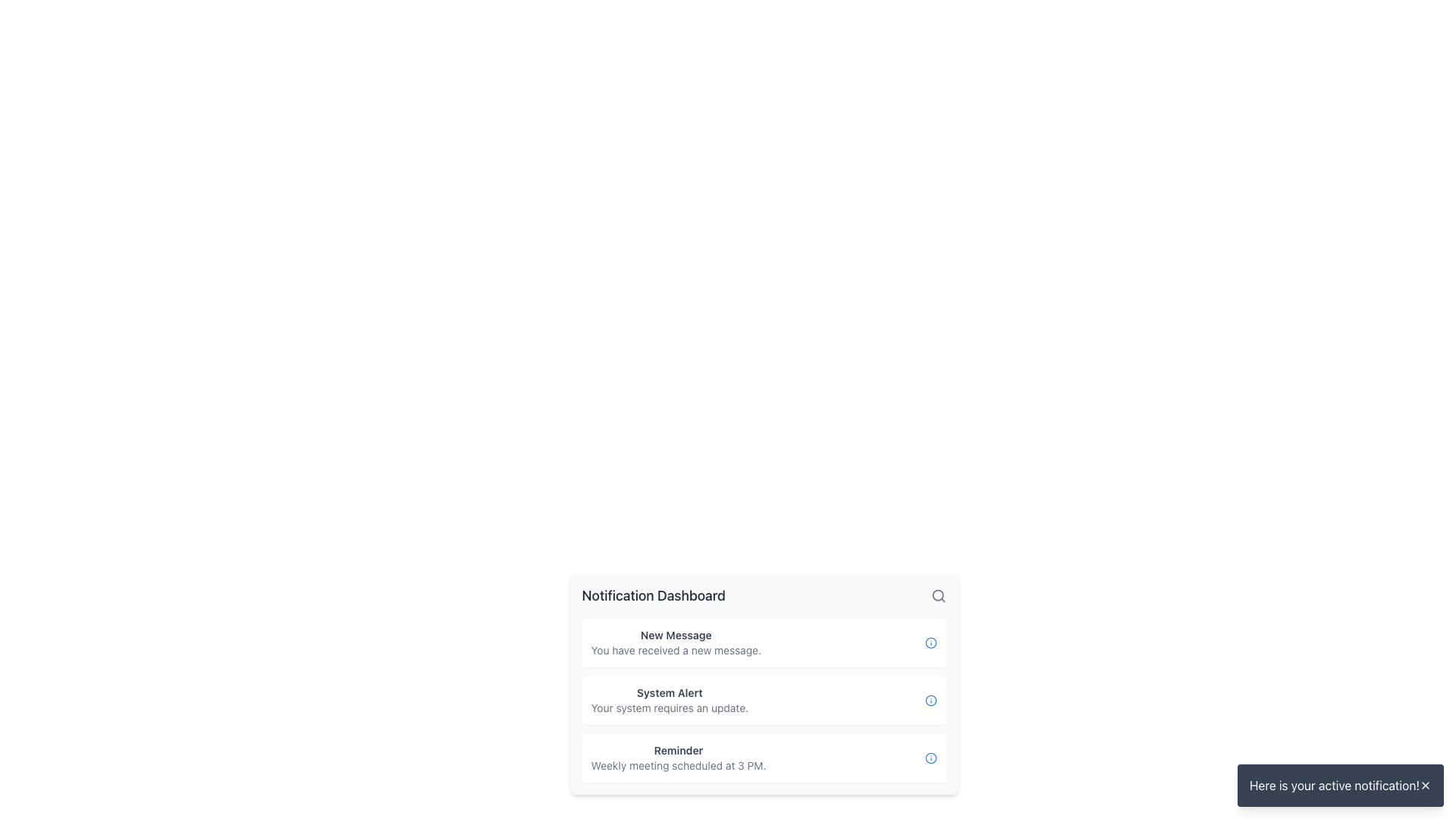  What do you see at coordinates (1425, 785) in the screenshot?
I see `the small 'X' icon button located at the far-right end of the dark gray notification pop-up` at bounding box center [1425, 785].